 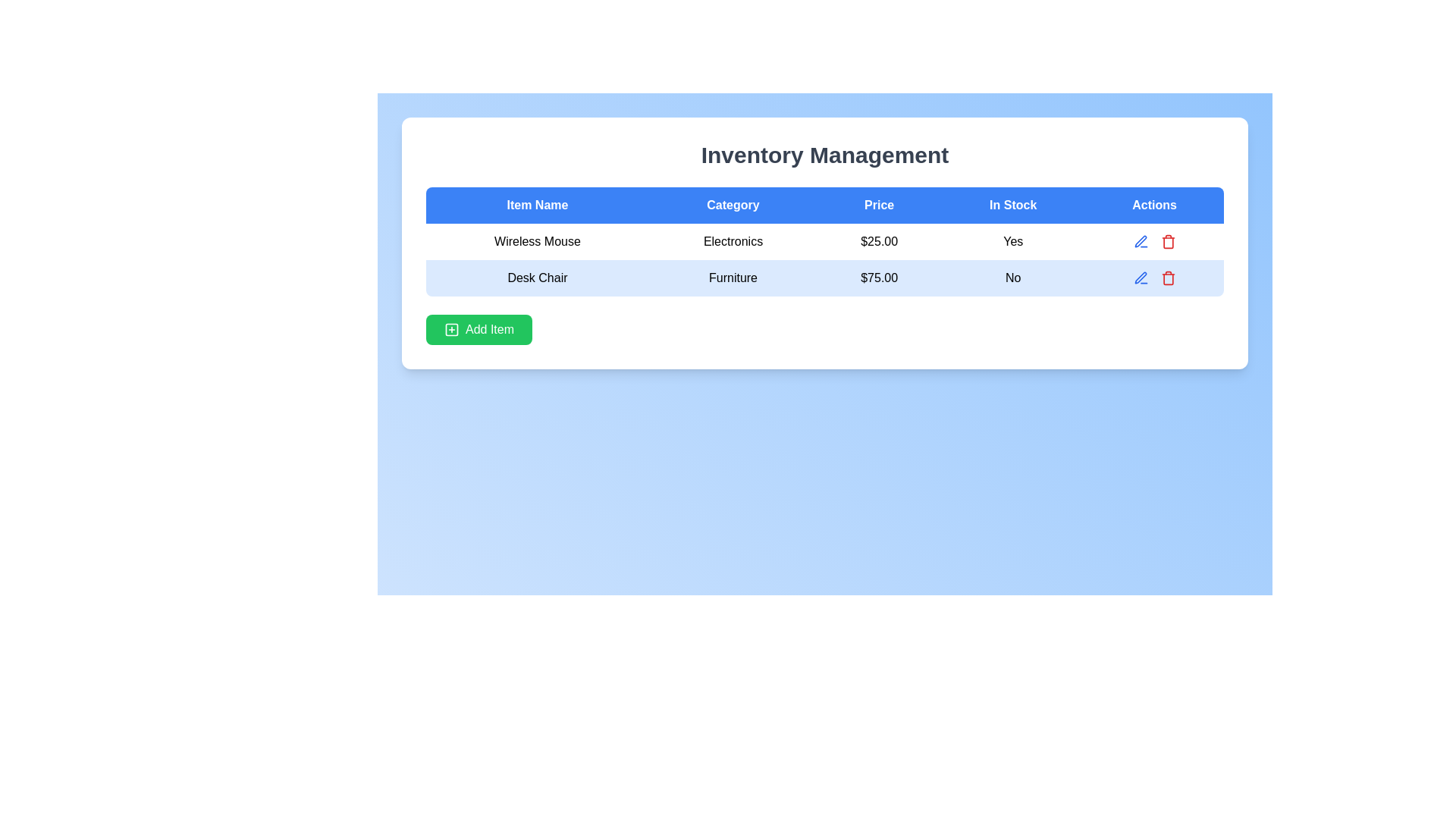 I want to click on the interactive icons in the 'Actions' column of the first row corresponding to the 'Wireless Mouse' entry, so click(x=1153, y=241).